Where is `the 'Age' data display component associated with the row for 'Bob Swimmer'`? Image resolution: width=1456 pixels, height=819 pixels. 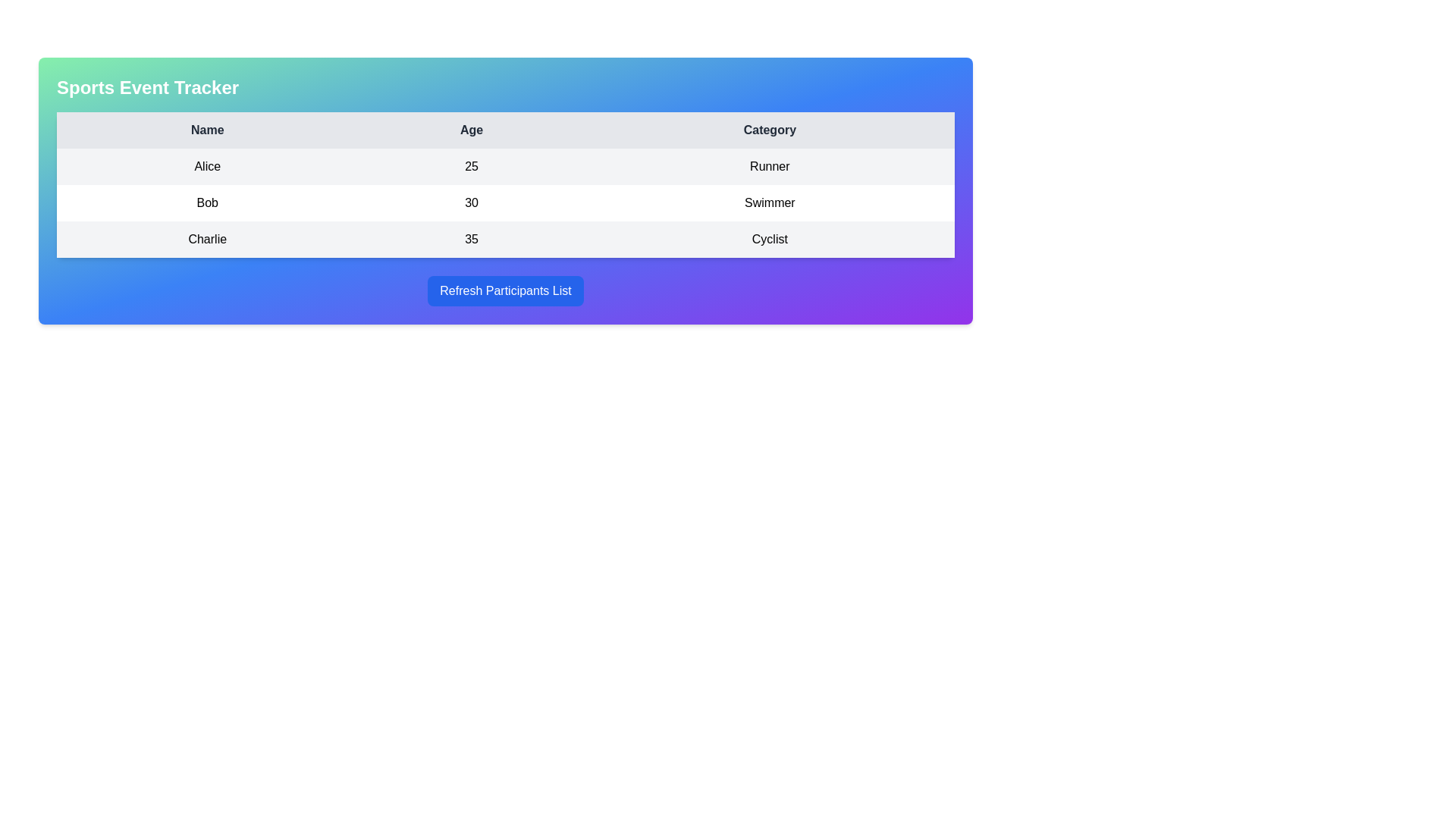 the 'Age' data display component associated with the row for 'Bob Swimmer' is located at coordinates (471, 202).